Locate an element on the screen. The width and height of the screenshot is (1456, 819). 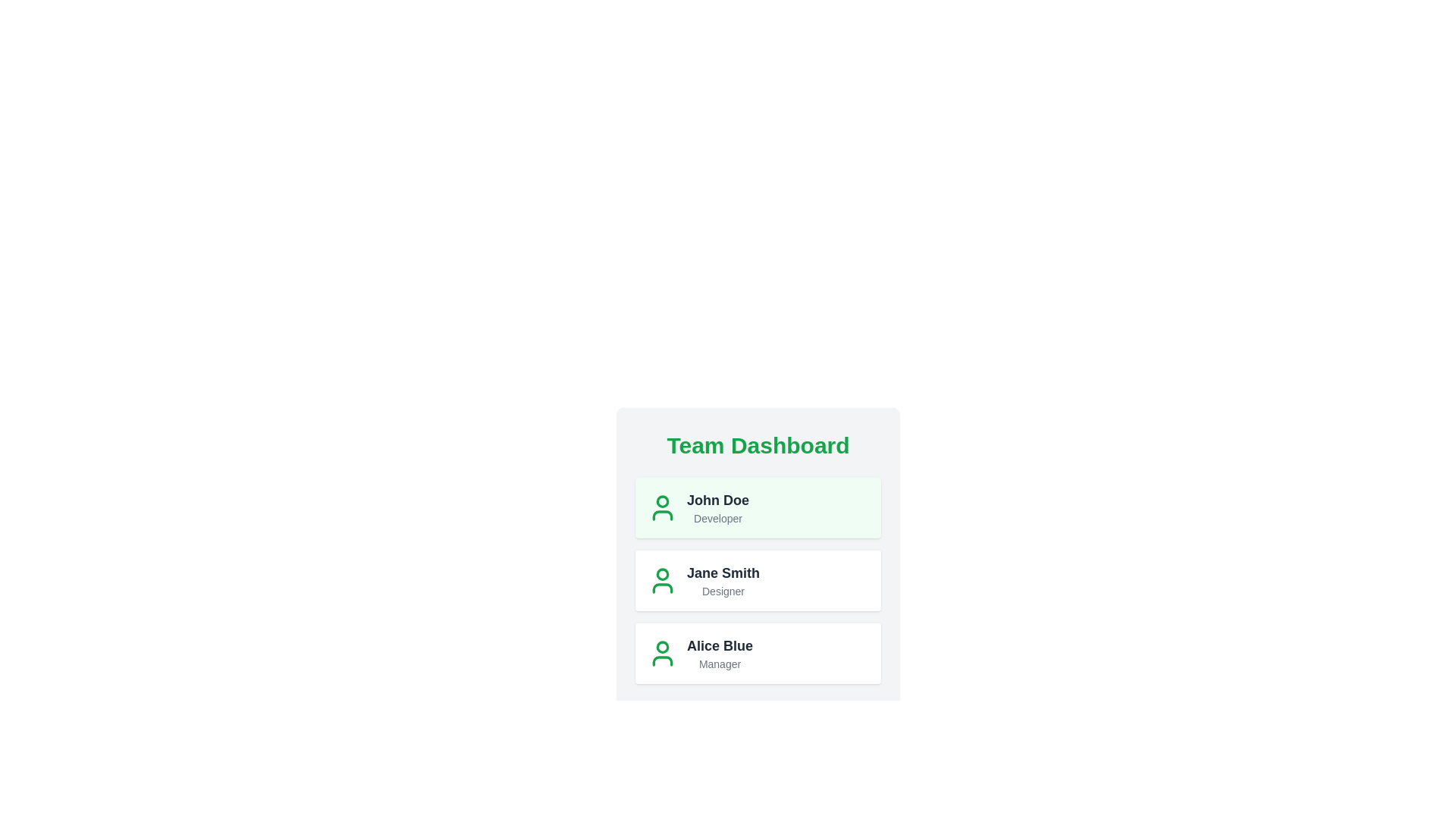
the user icon represented in green, which is part of the profile card of 'John Doe, Developer', located to the left of the text 'John Doe' and 'Developer' is located at coordinates (662, 508).